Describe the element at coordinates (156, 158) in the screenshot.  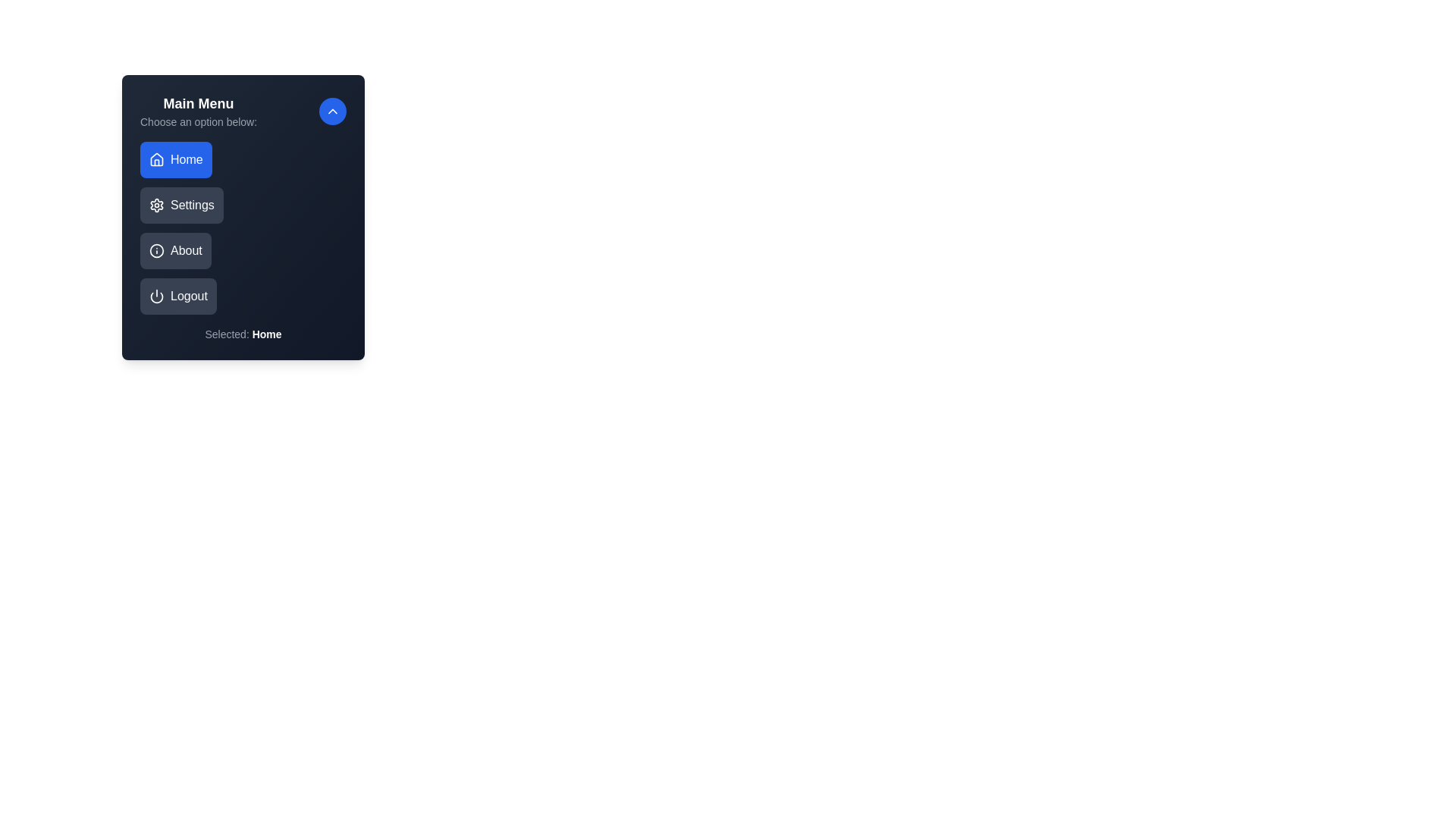
I see `the house-shaped icon associated with the 'Home' button located at the top-left area of the interface` at that location.